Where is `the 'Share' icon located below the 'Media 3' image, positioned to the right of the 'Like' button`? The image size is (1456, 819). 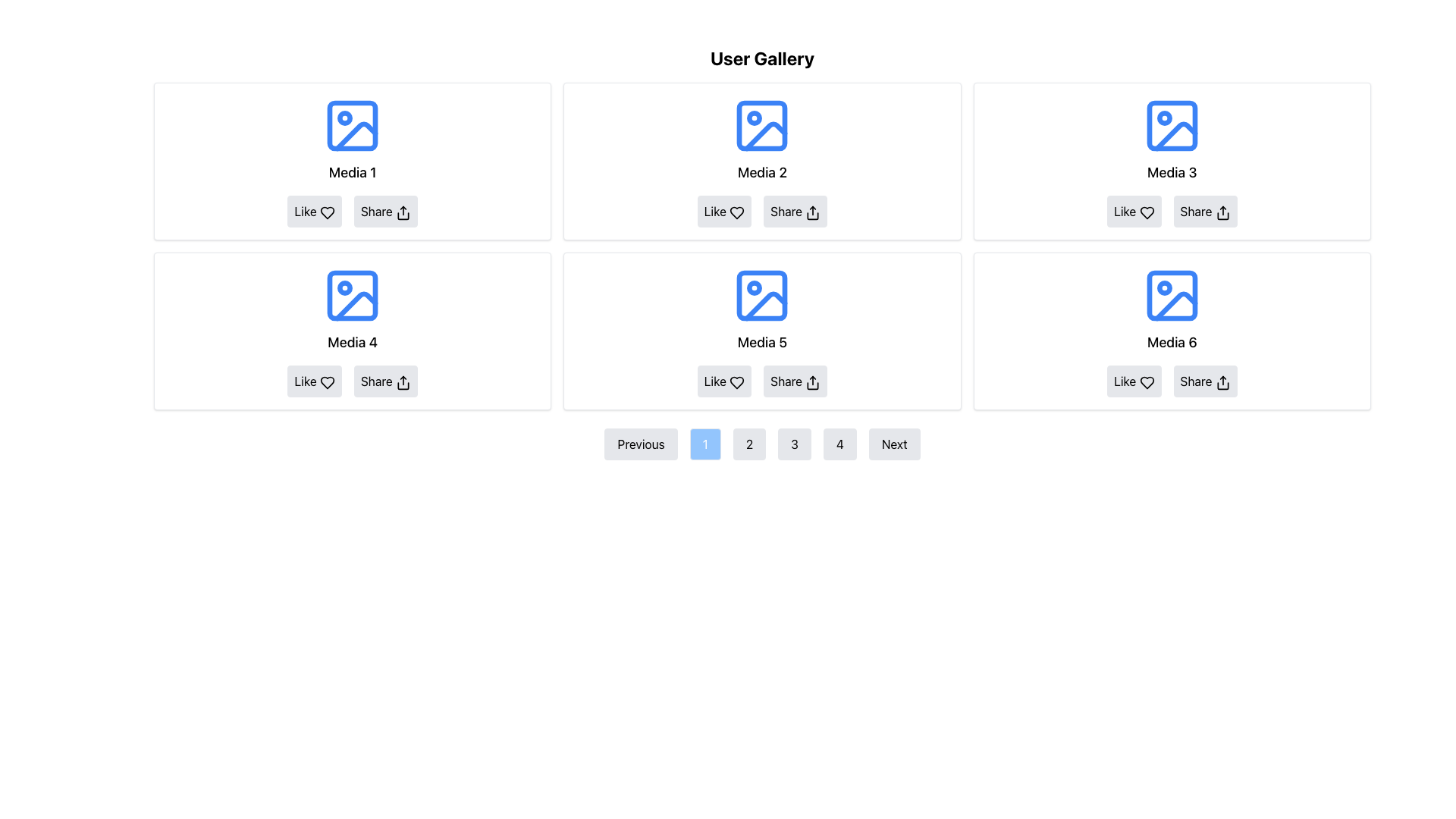
the 'Share' icon located below the 'Media 3' image, positioned to the right of the 'Like' button is located at coordinates (1222, 212).